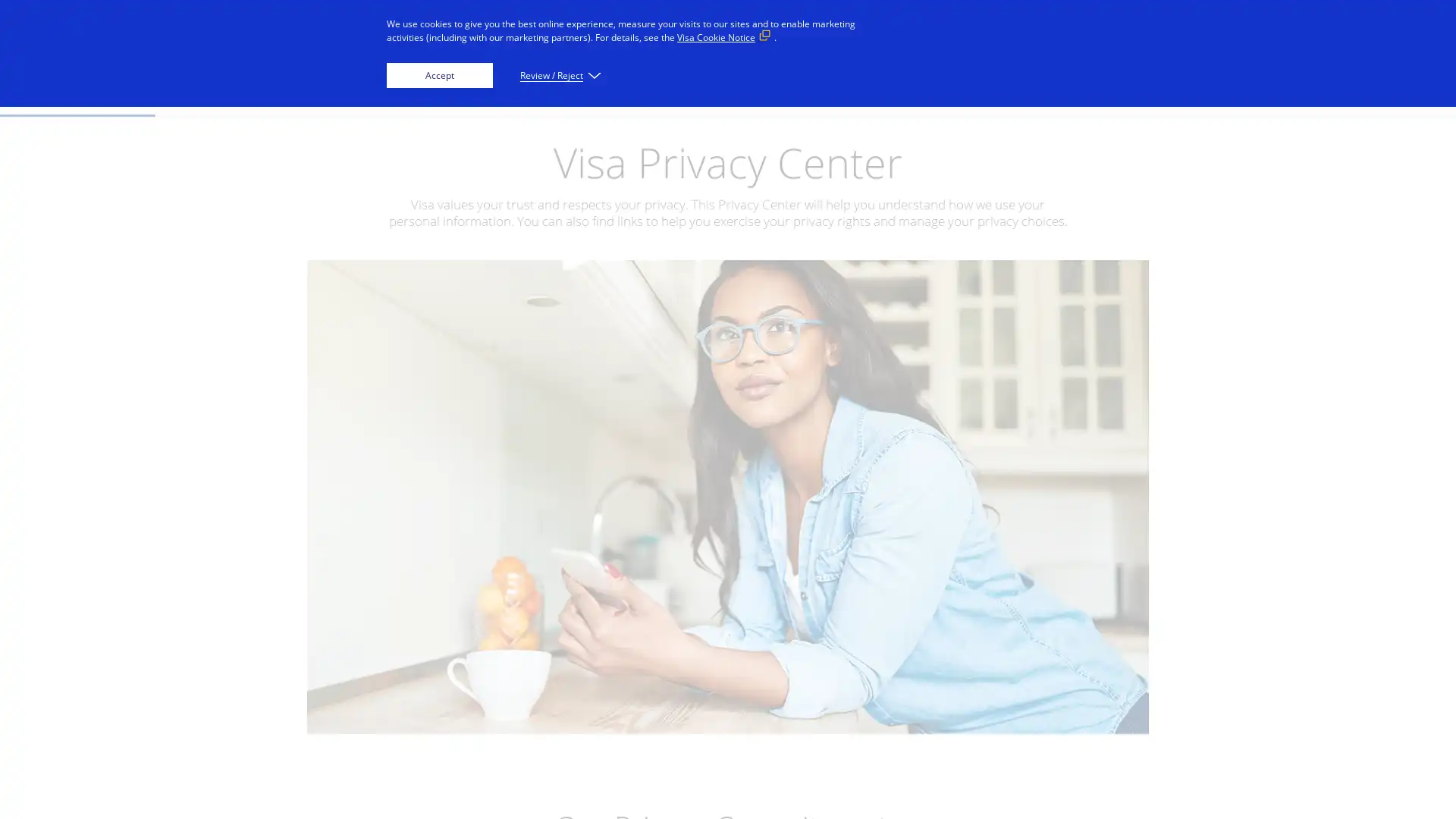 The height and width of the screenshot is (819, 1456). I want to click on Individuals, so click(604, 40).